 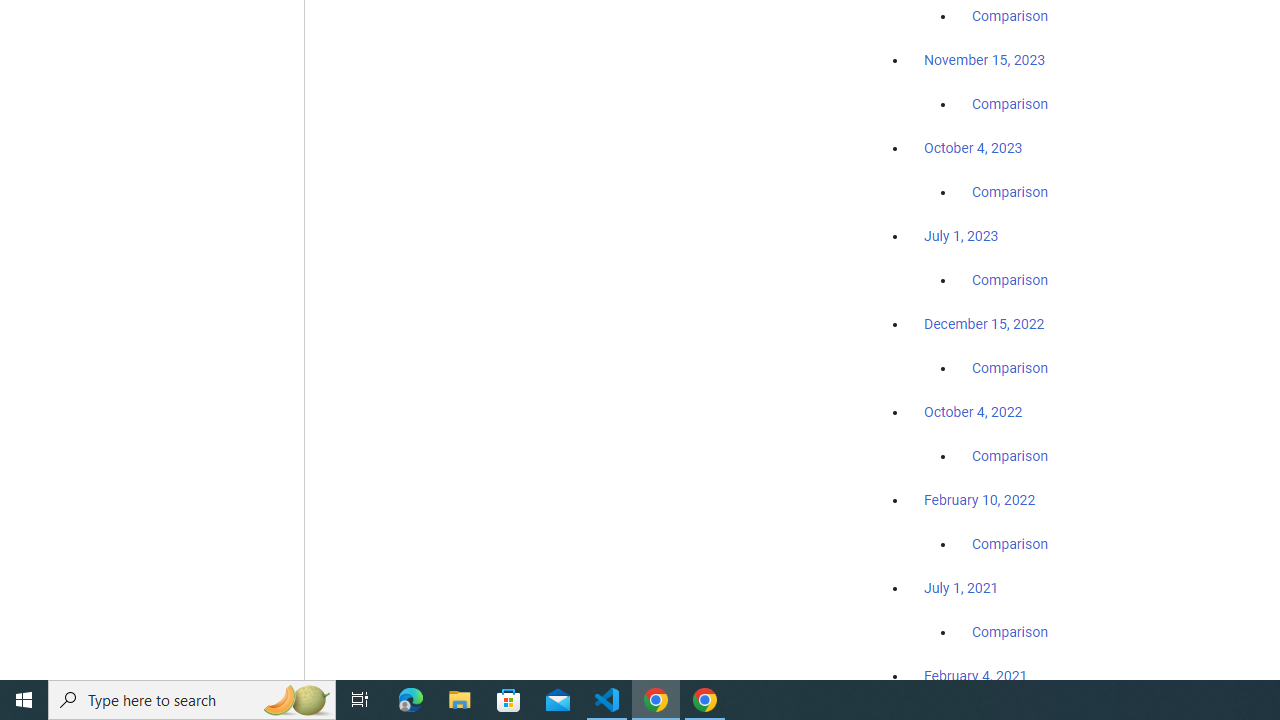 I want to click on 'December 15, 2022', so click(x=984, y=323).